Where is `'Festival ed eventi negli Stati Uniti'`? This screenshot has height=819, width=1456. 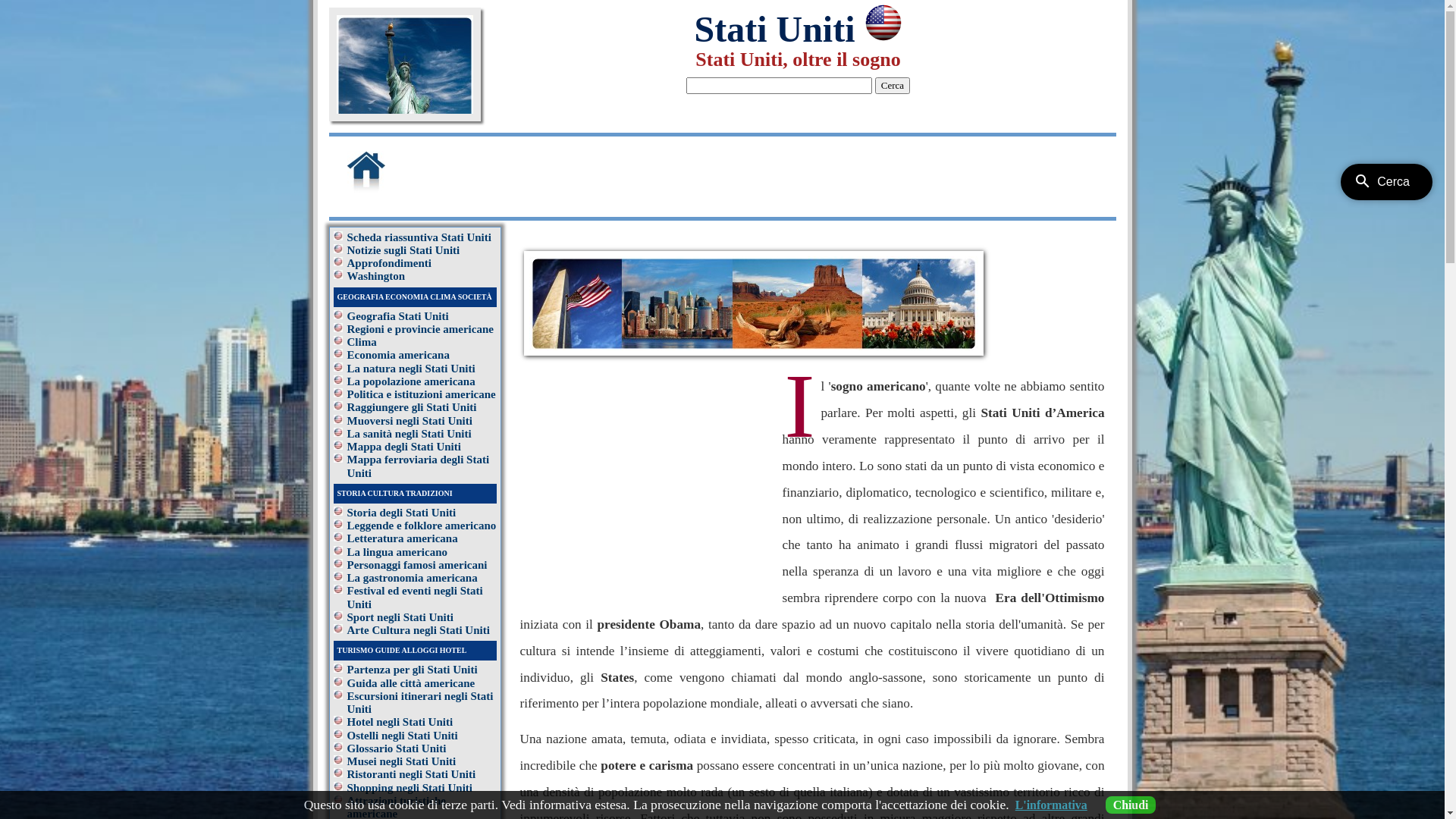 'Festival ed eventi negli Stati Uniti' is located at coordinates (415, 596).